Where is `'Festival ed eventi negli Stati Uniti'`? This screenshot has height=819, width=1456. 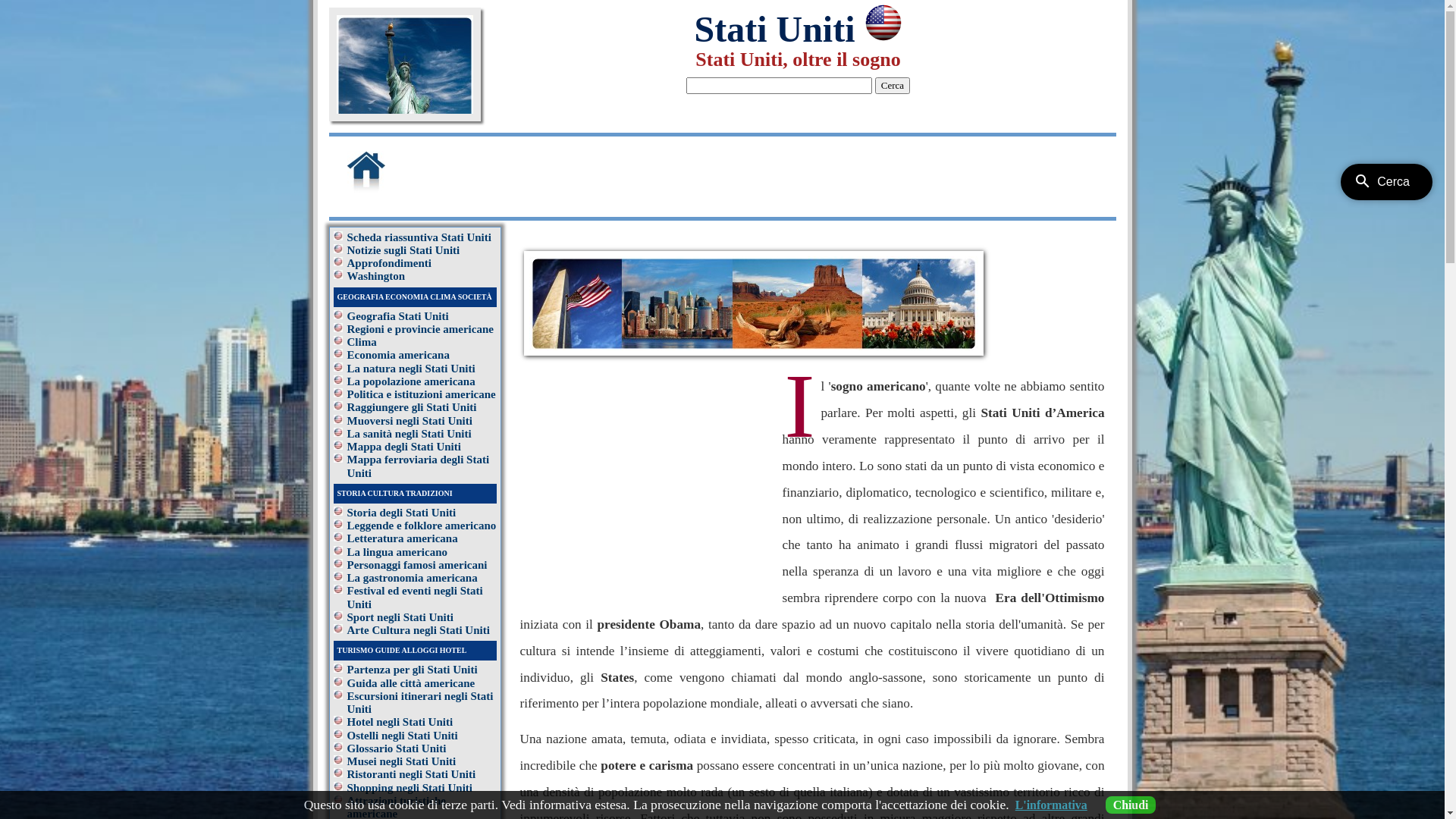 'Festival ed eventi negli Stati Uniti' is located at coordinates (415, 596).